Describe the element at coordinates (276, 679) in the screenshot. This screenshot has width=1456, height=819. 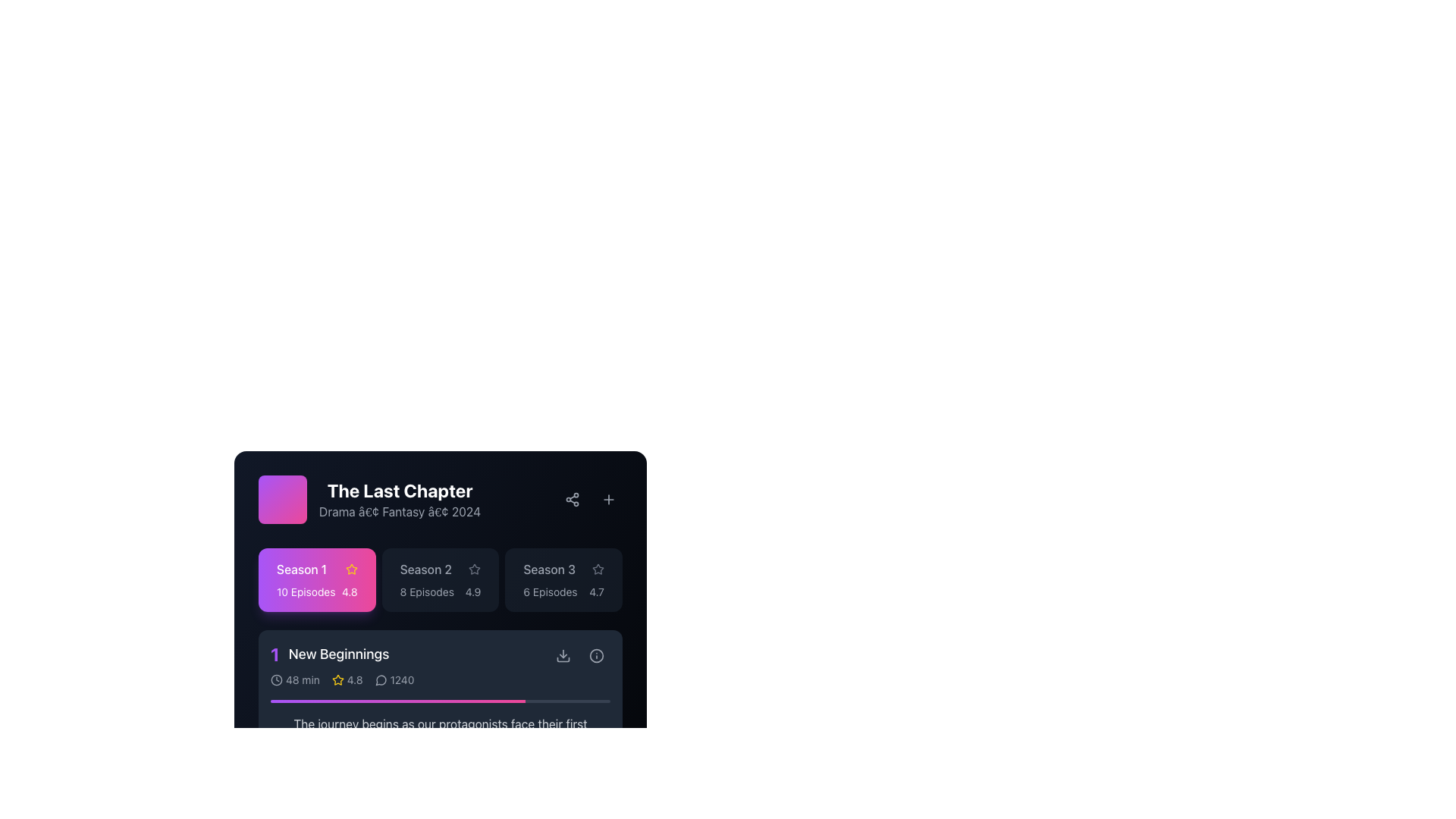
I see `the clock icon located at the beginning of the horizontal layout, which is followed by the text '48 min' under the episode titled 'New Beginnings' in 'Season 1'` at that location.